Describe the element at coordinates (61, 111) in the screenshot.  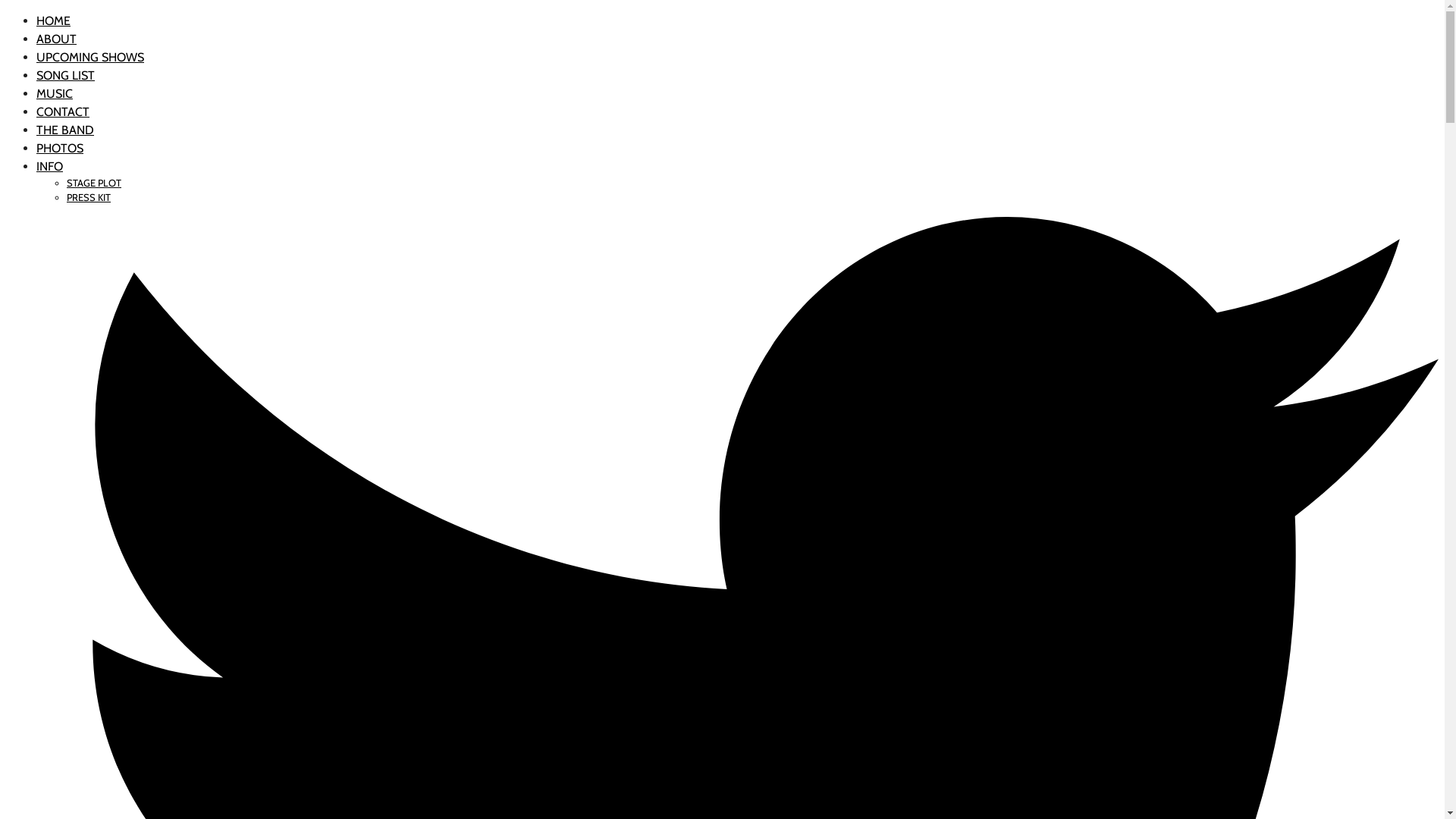
I see `'CONTACT'` at that location.